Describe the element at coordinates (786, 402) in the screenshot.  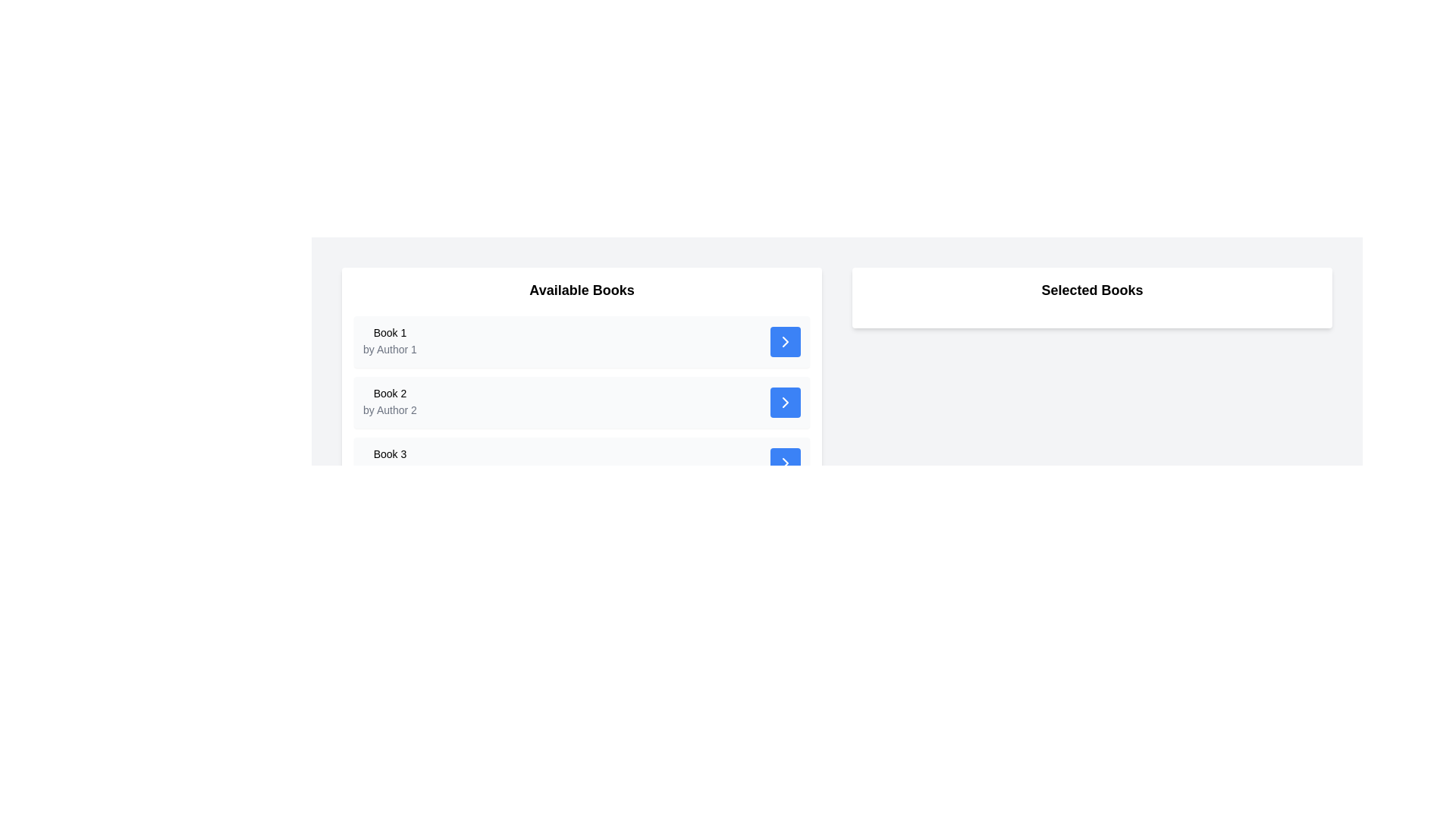
I see `the button in the far right corner of the list item for 'Book 2 by Author 2' in the 'Available Books' section` at that location.